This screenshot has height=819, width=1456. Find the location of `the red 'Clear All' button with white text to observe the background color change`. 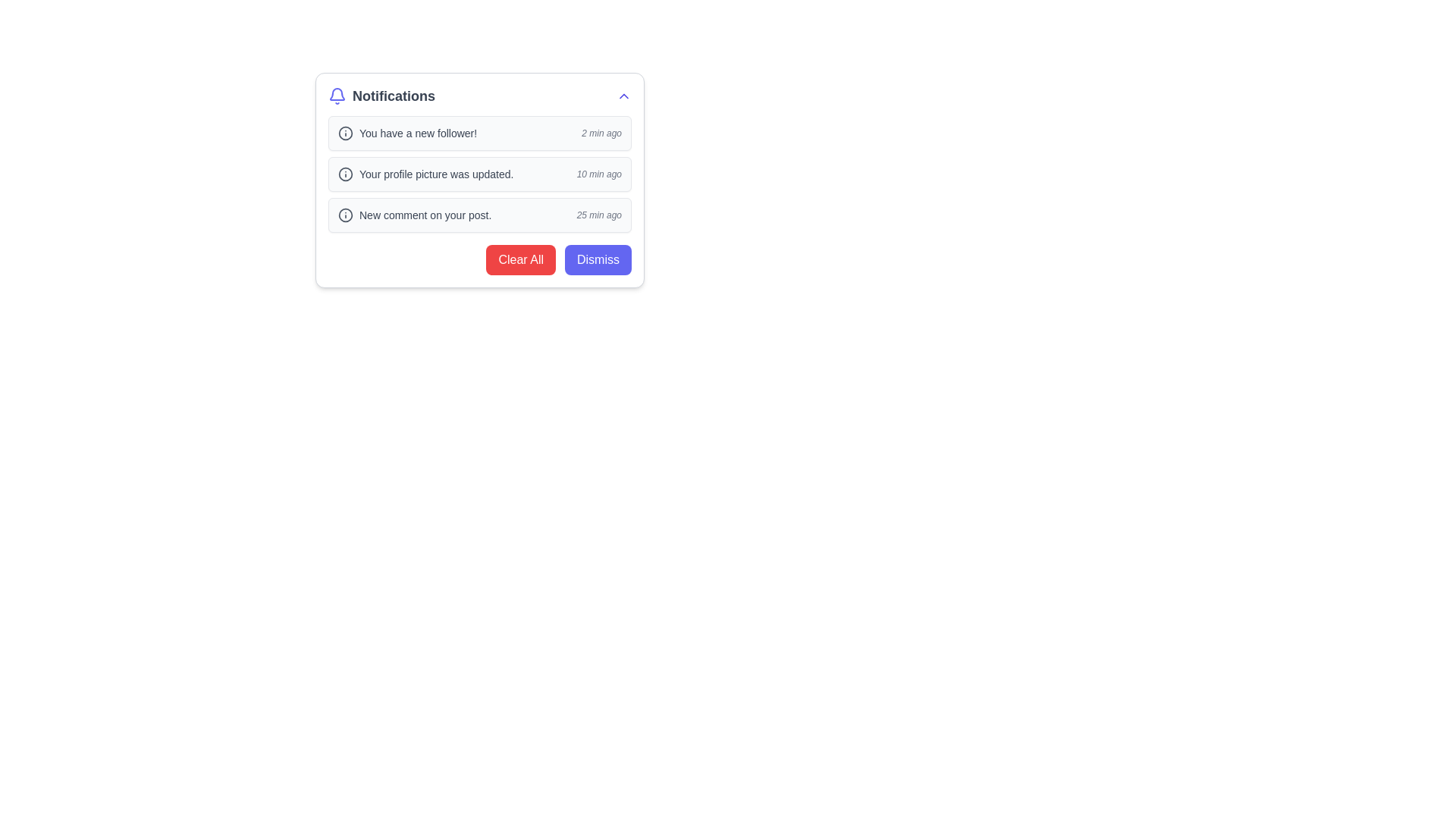

the red 'Clear All' button with white text to observe the background color change is located at coordinates (521, 259).